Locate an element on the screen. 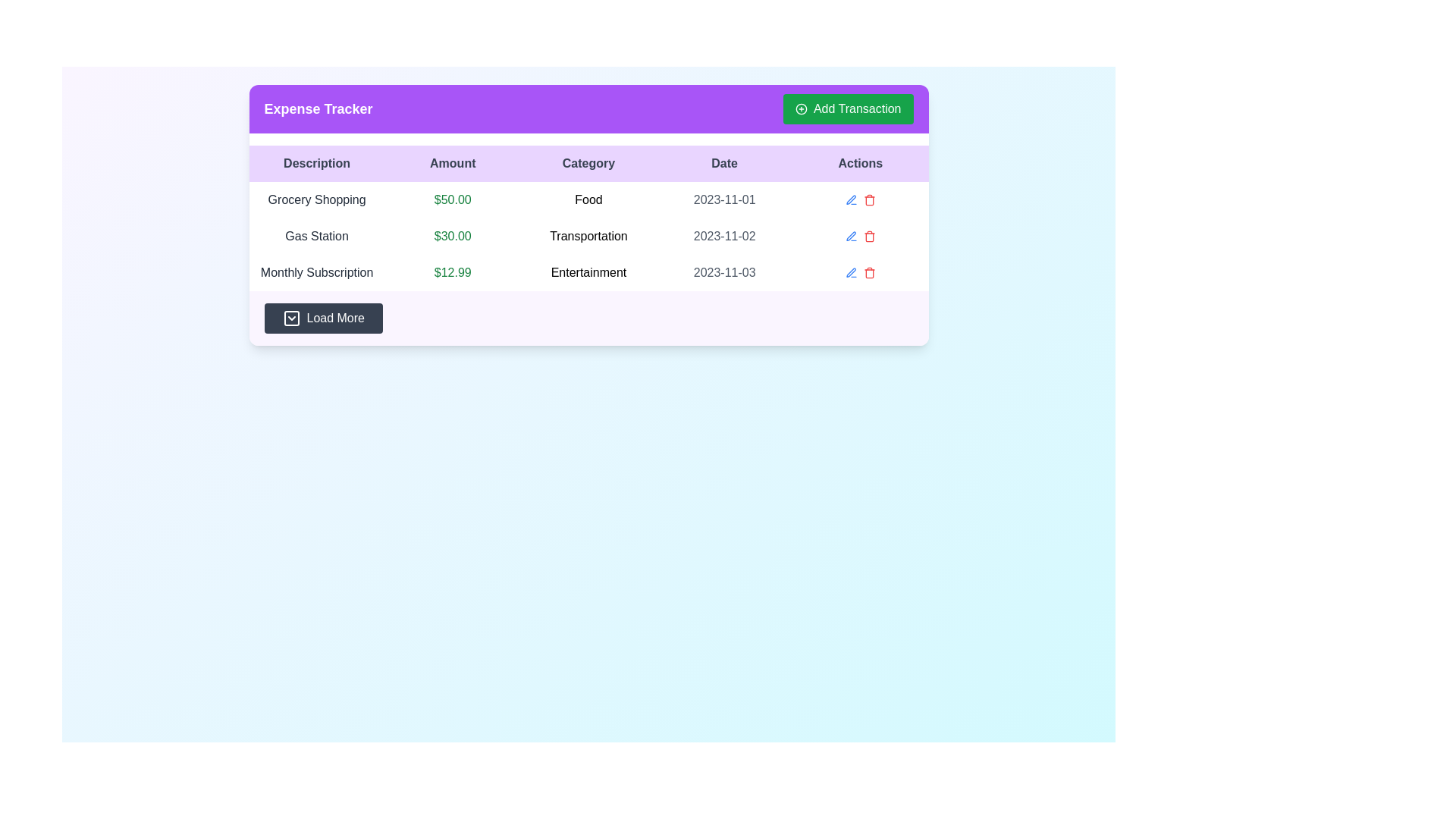 This screenshot has width=1456, height=819. the 'Amount' text label, which is the second header in the row of column headers within a table, styled with a bold font is located at coordinates (452, 164).